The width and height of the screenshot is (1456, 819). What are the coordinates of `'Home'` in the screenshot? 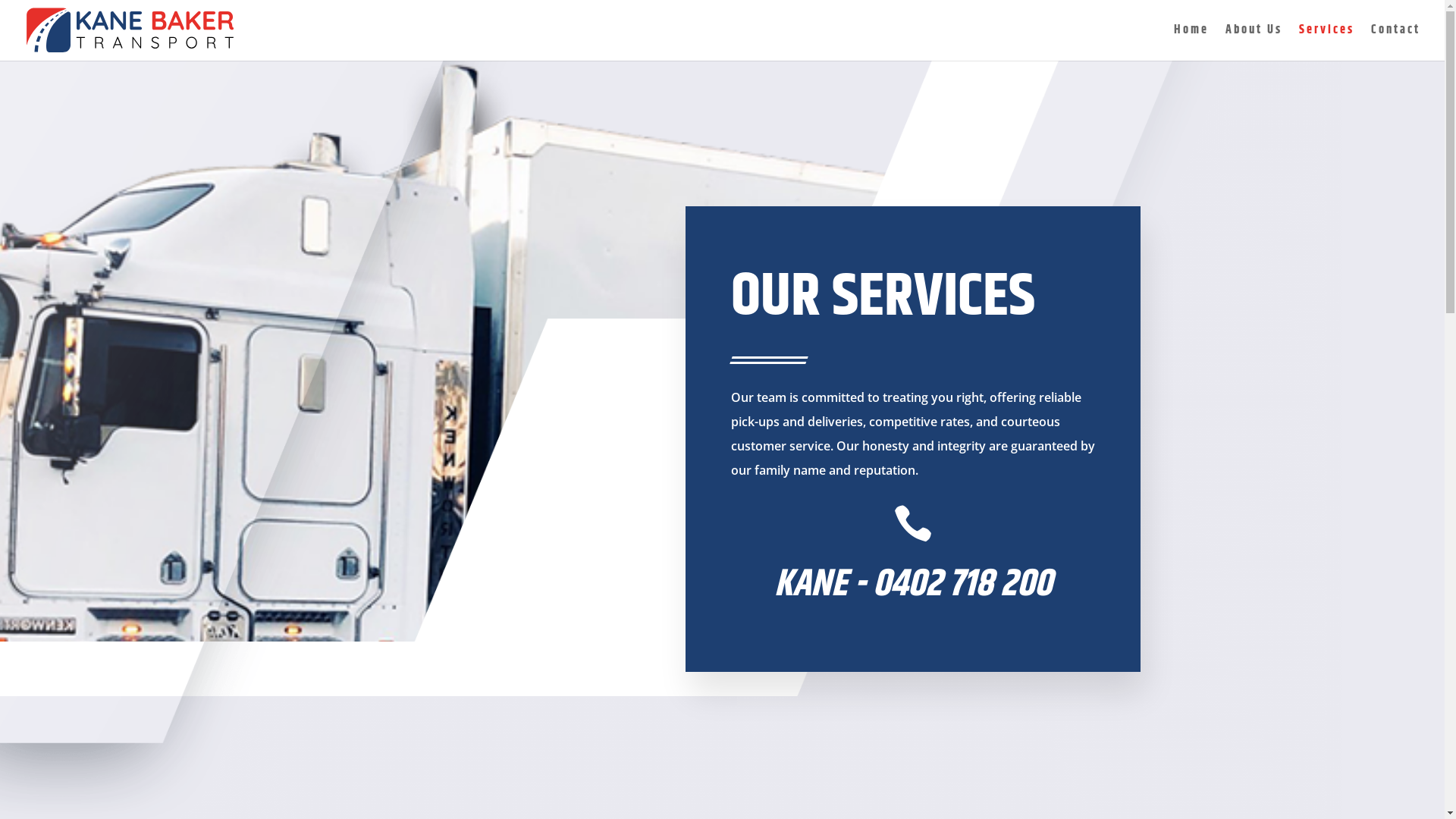 It's located at (1190, 42).